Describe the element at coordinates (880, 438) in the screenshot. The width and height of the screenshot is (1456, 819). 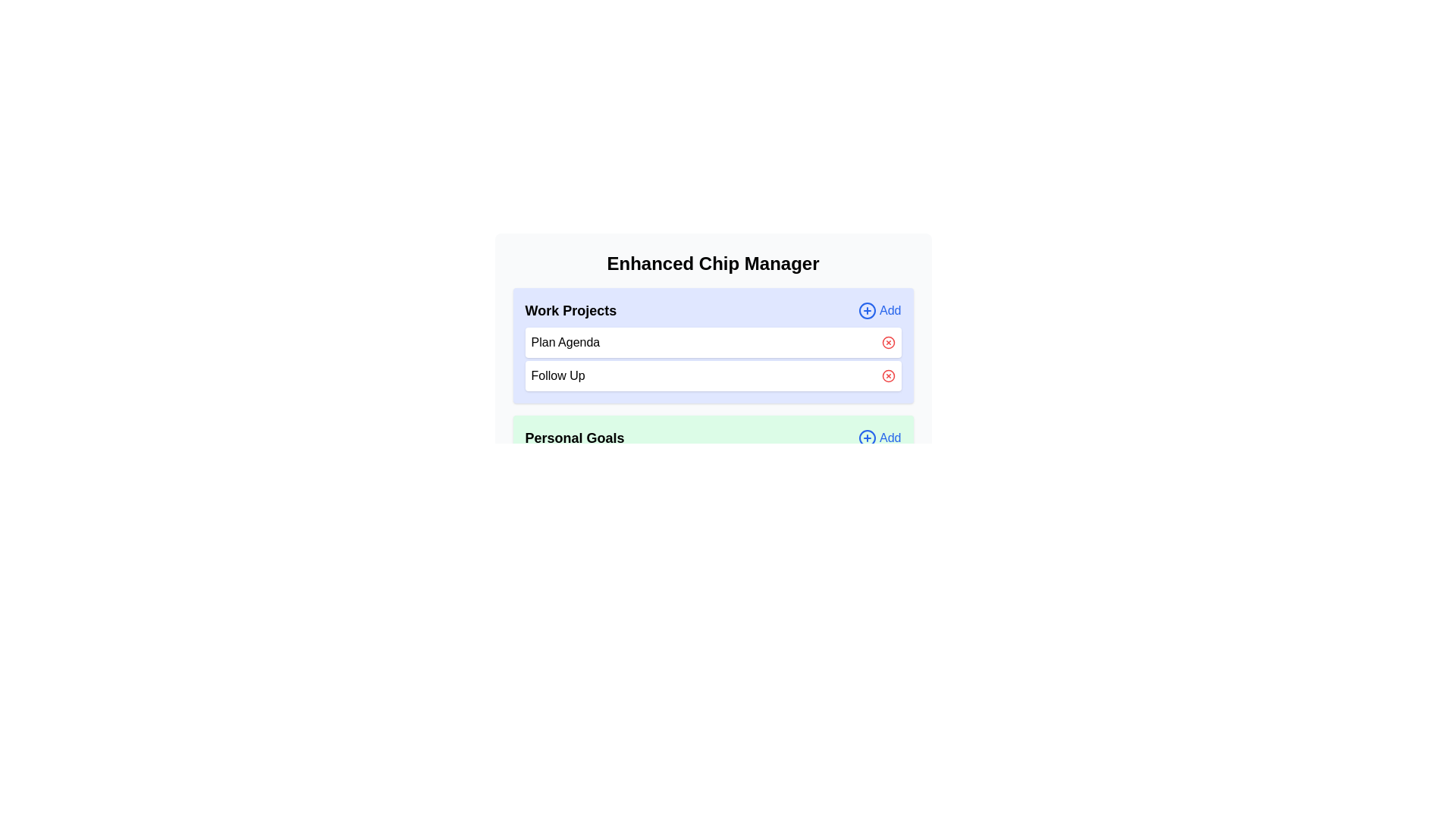
I see `the 'Add' button for the category Personal Goals` at that location.